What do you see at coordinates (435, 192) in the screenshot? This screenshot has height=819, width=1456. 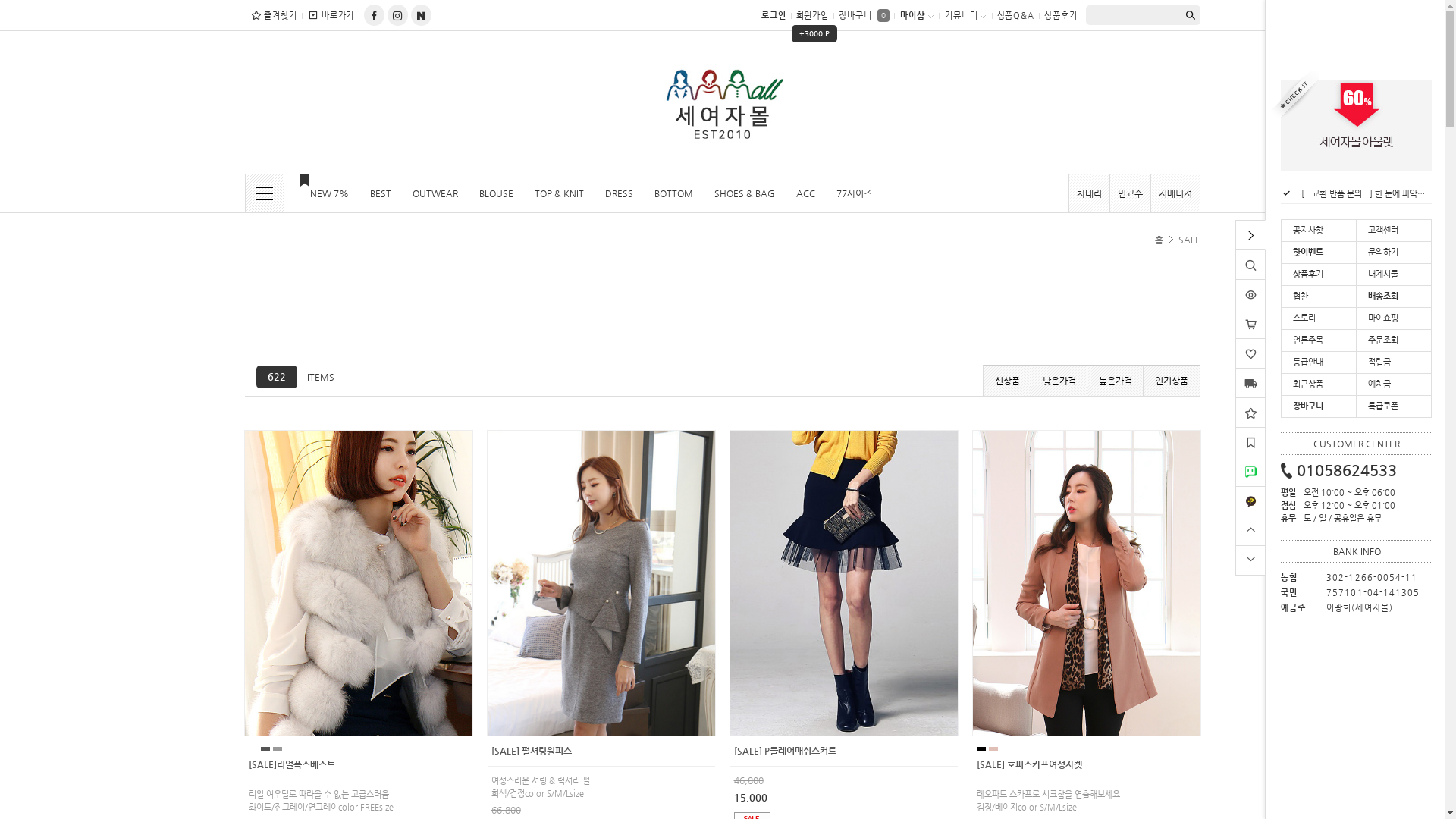 I see `'OUTWEAR'` at bounding box center [435, 192].